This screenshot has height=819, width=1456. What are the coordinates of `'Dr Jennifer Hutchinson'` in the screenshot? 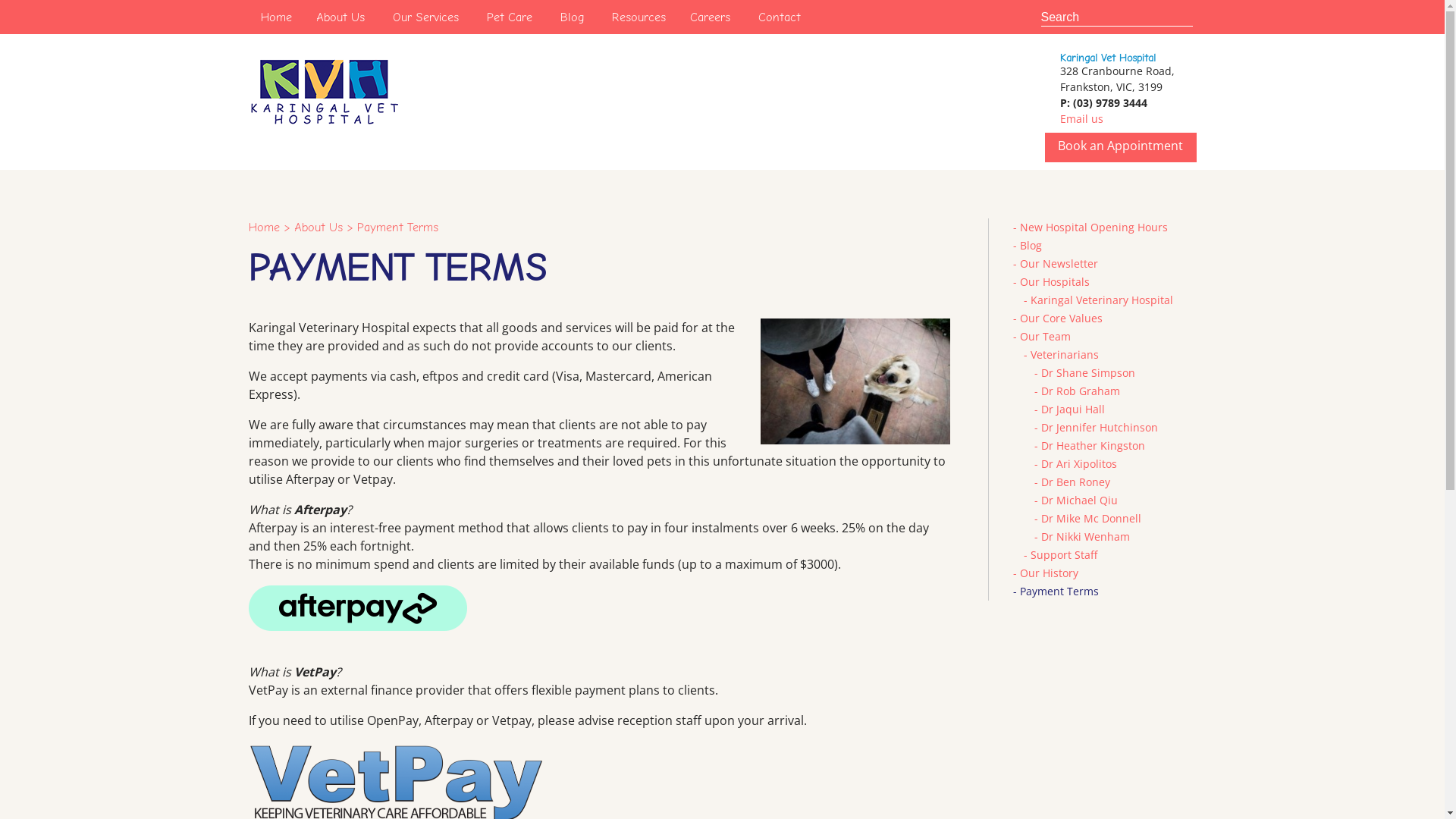 It's located at (1099, 427).